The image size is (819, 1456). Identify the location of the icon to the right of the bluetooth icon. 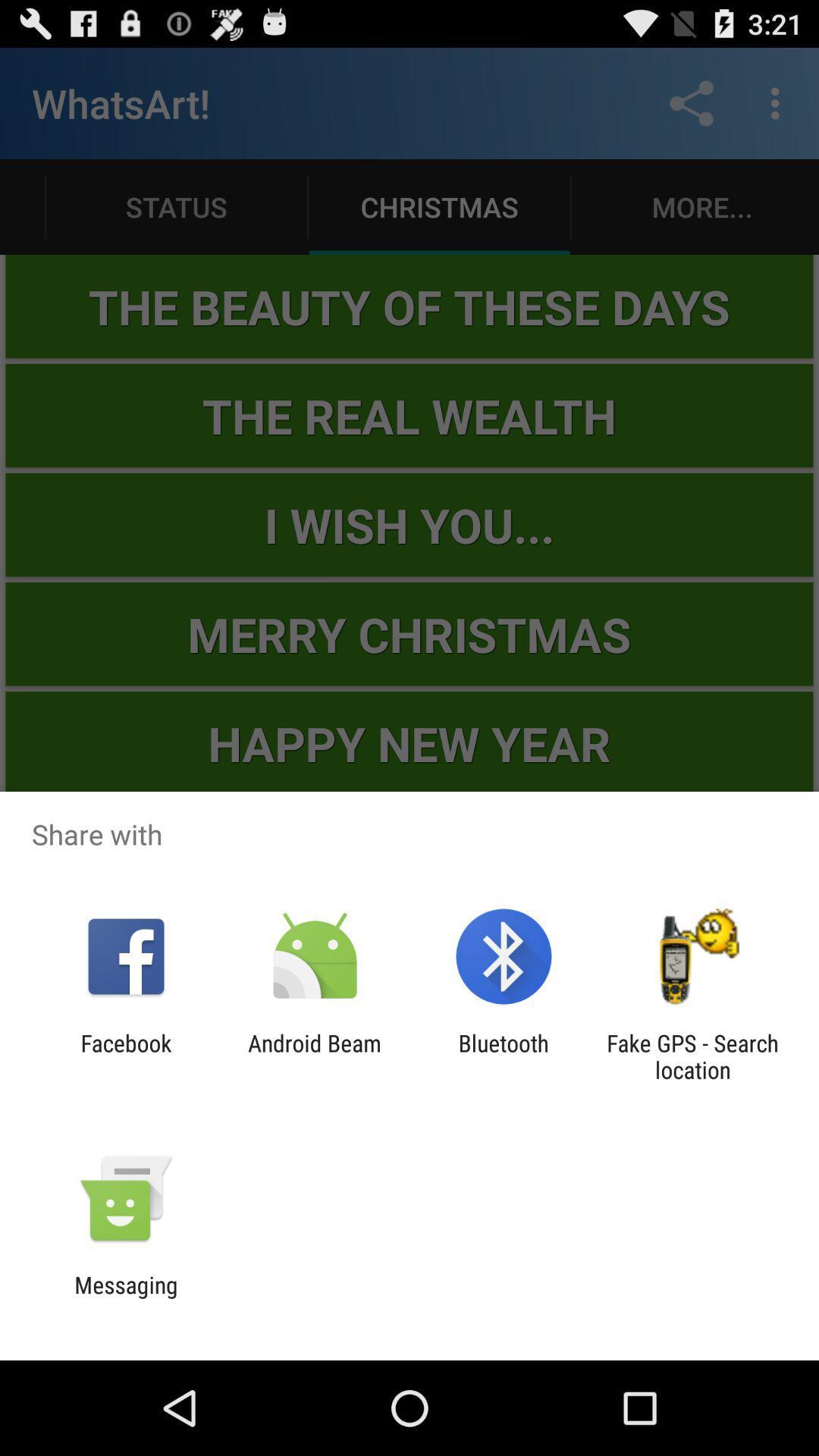
(692, 1056).